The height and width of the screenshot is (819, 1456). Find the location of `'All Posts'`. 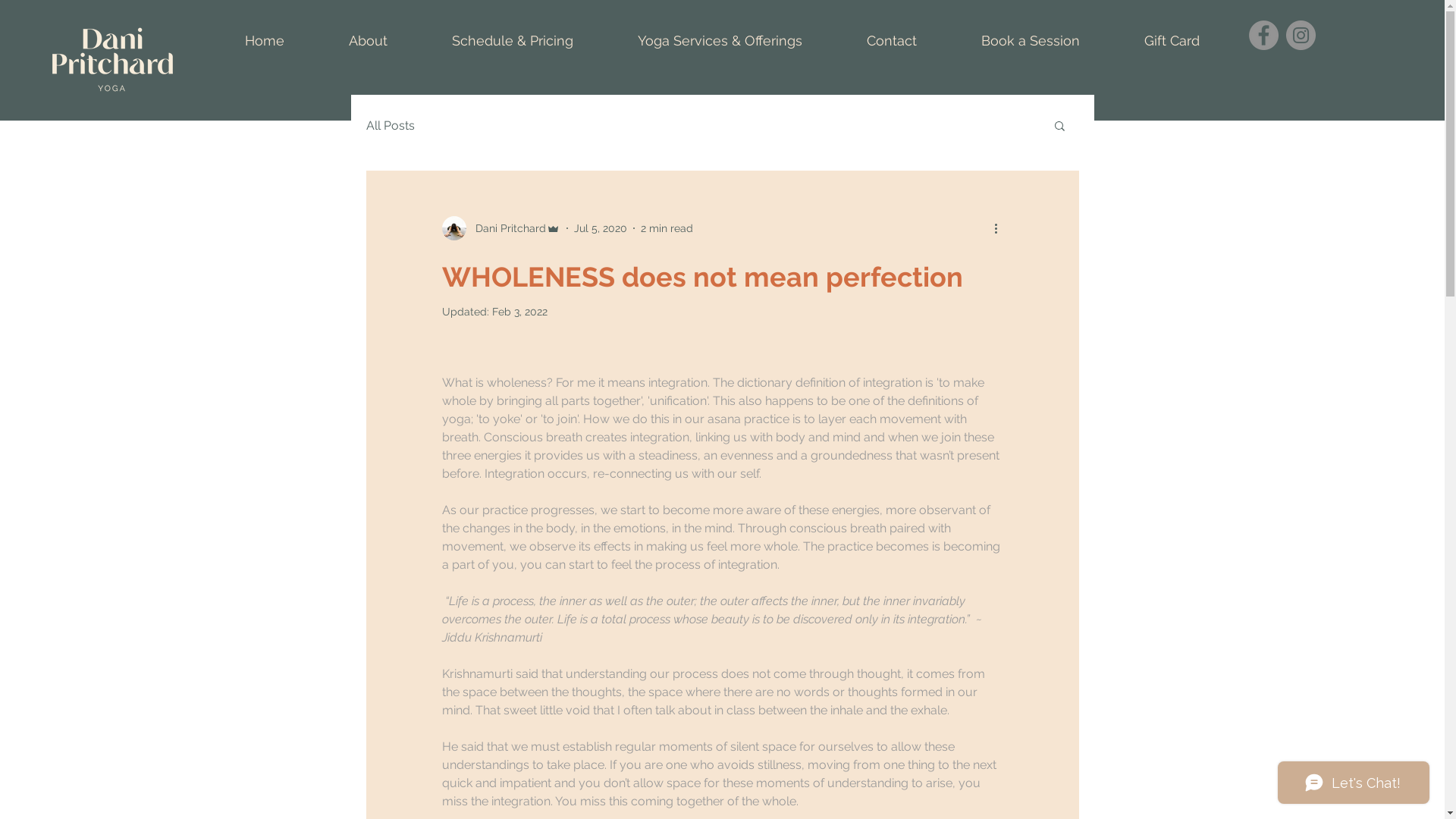

'All Posts' is located at coordinates (389, 124).